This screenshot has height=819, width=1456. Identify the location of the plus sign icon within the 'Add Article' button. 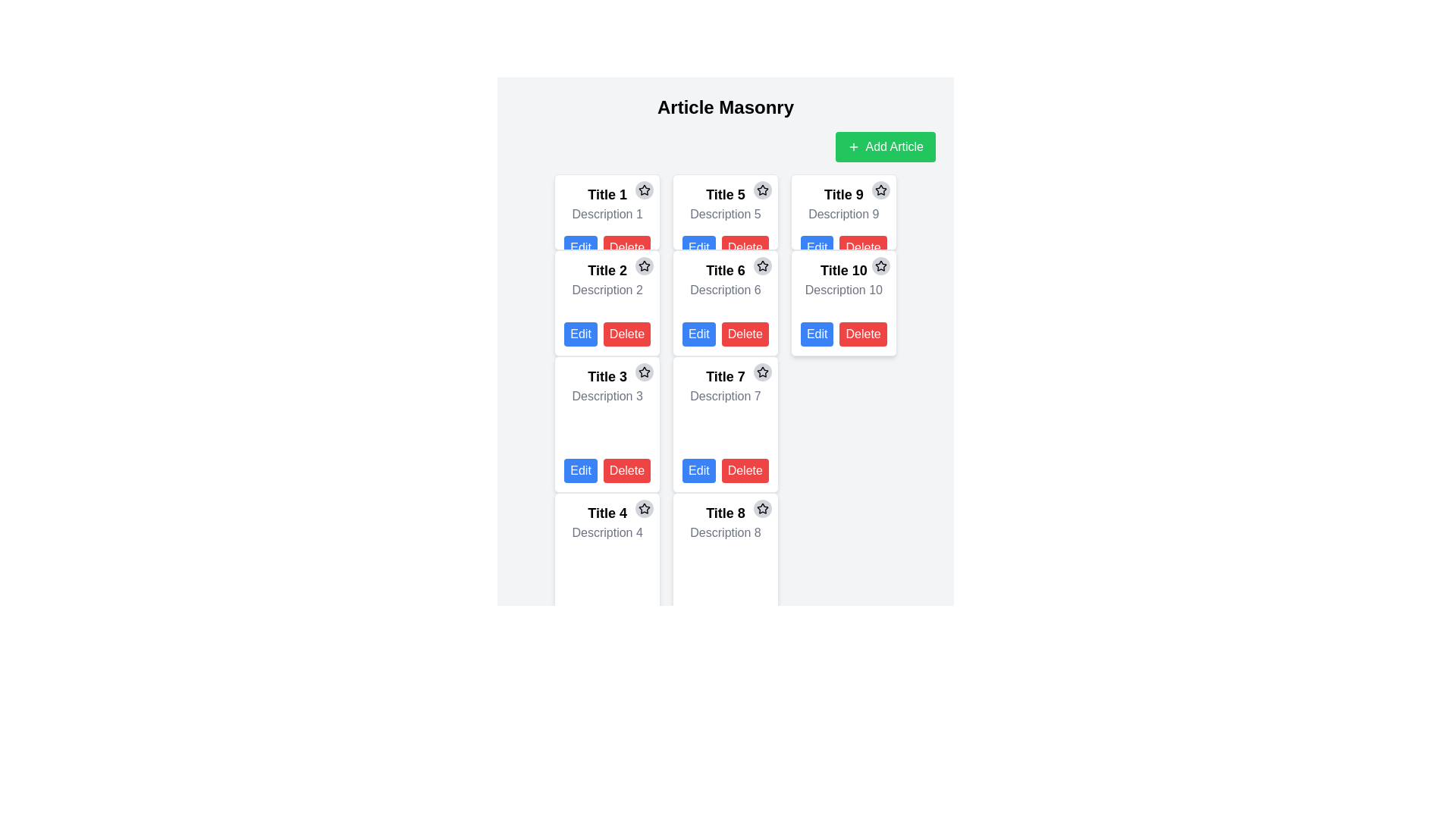
(853, 146).